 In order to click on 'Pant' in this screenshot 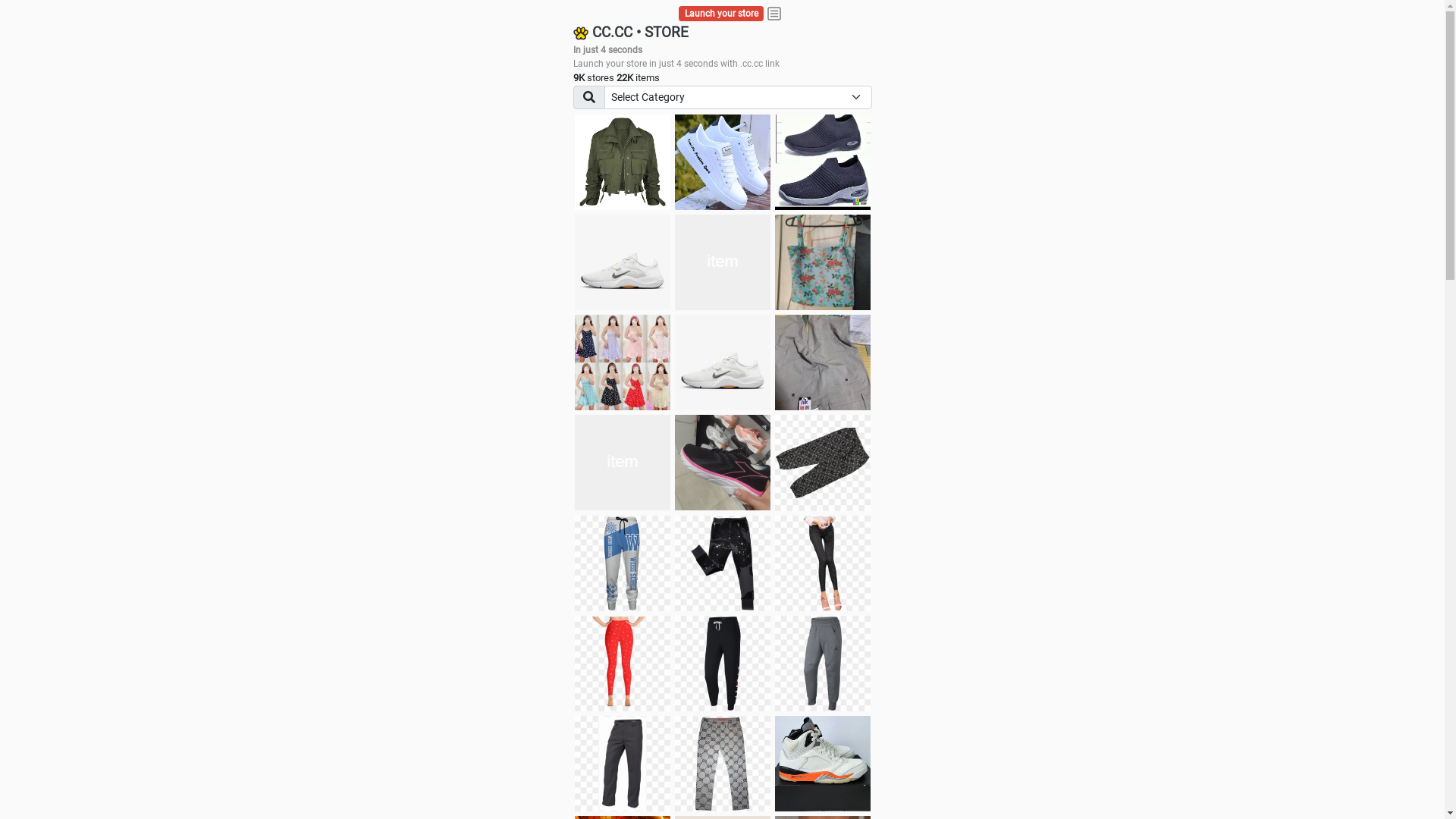, I will do `click(722, 563)`.